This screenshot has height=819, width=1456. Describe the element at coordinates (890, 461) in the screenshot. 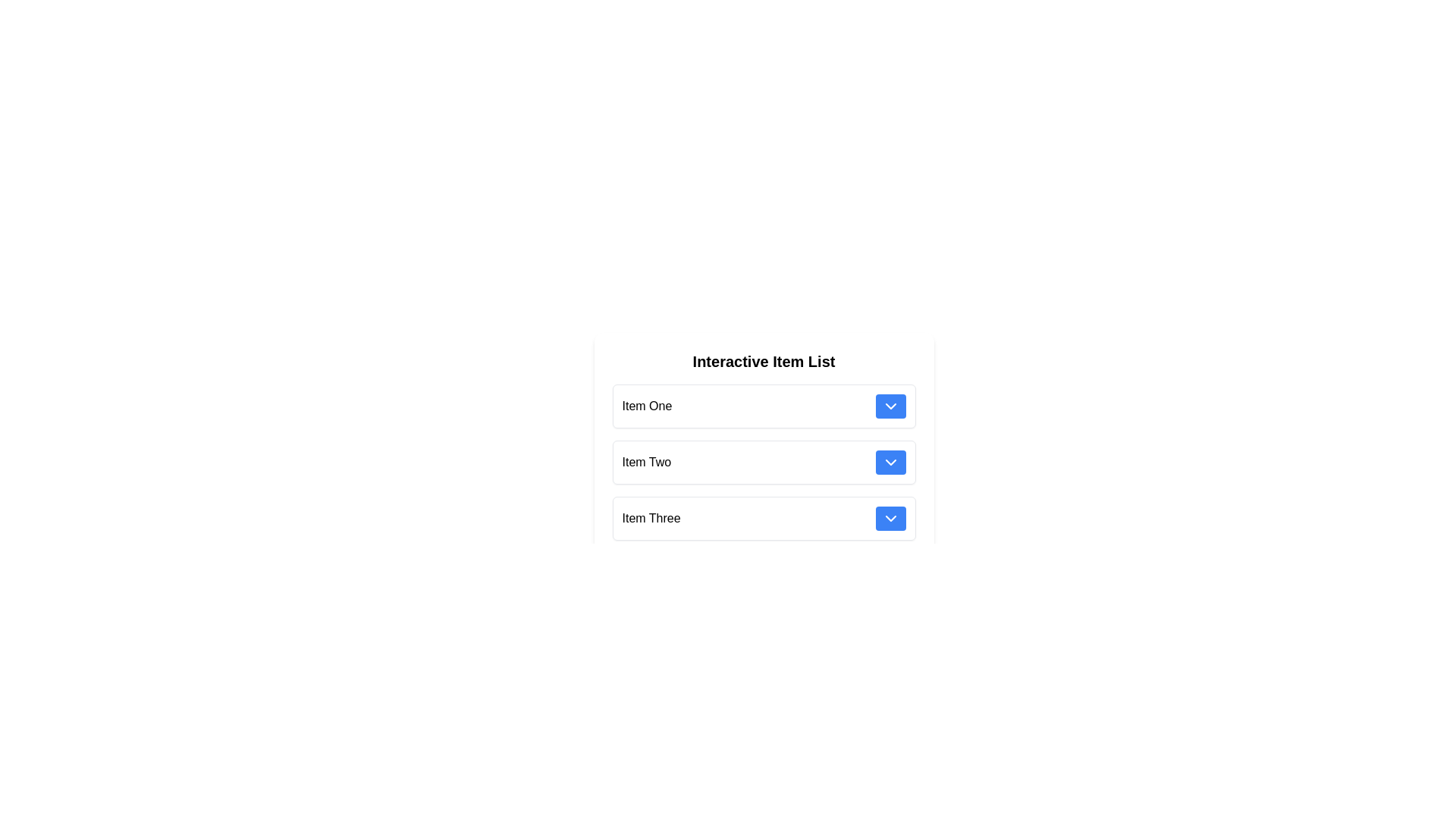

I see `the blue rectangular button with a downward arrow icon located on the right side of the row labeled 'Item Two'` at that location.